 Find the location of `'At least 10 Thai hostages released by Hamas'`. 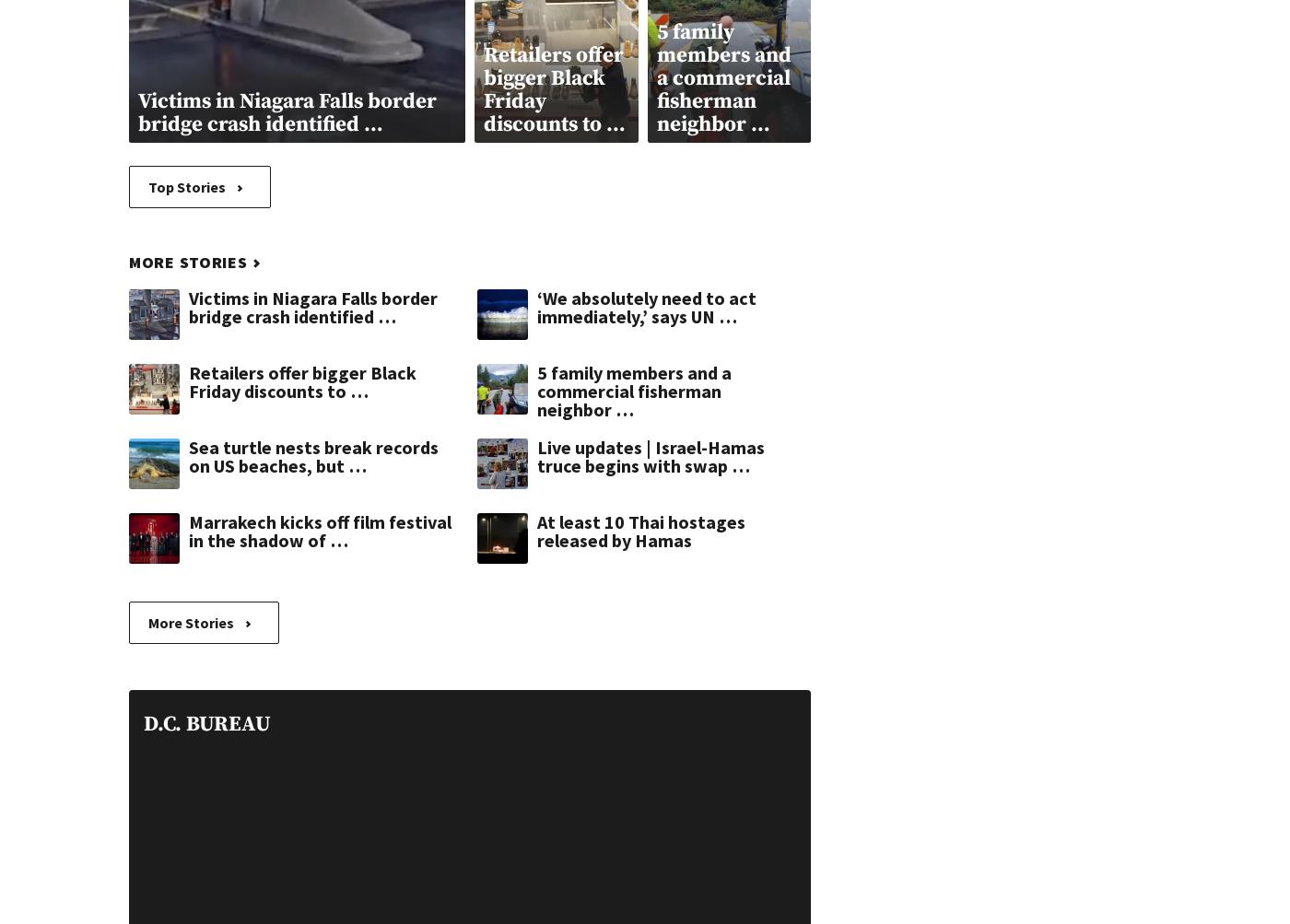

'At least 10 Thai hostages released by Hamas' is located at coordinates (640, 529).